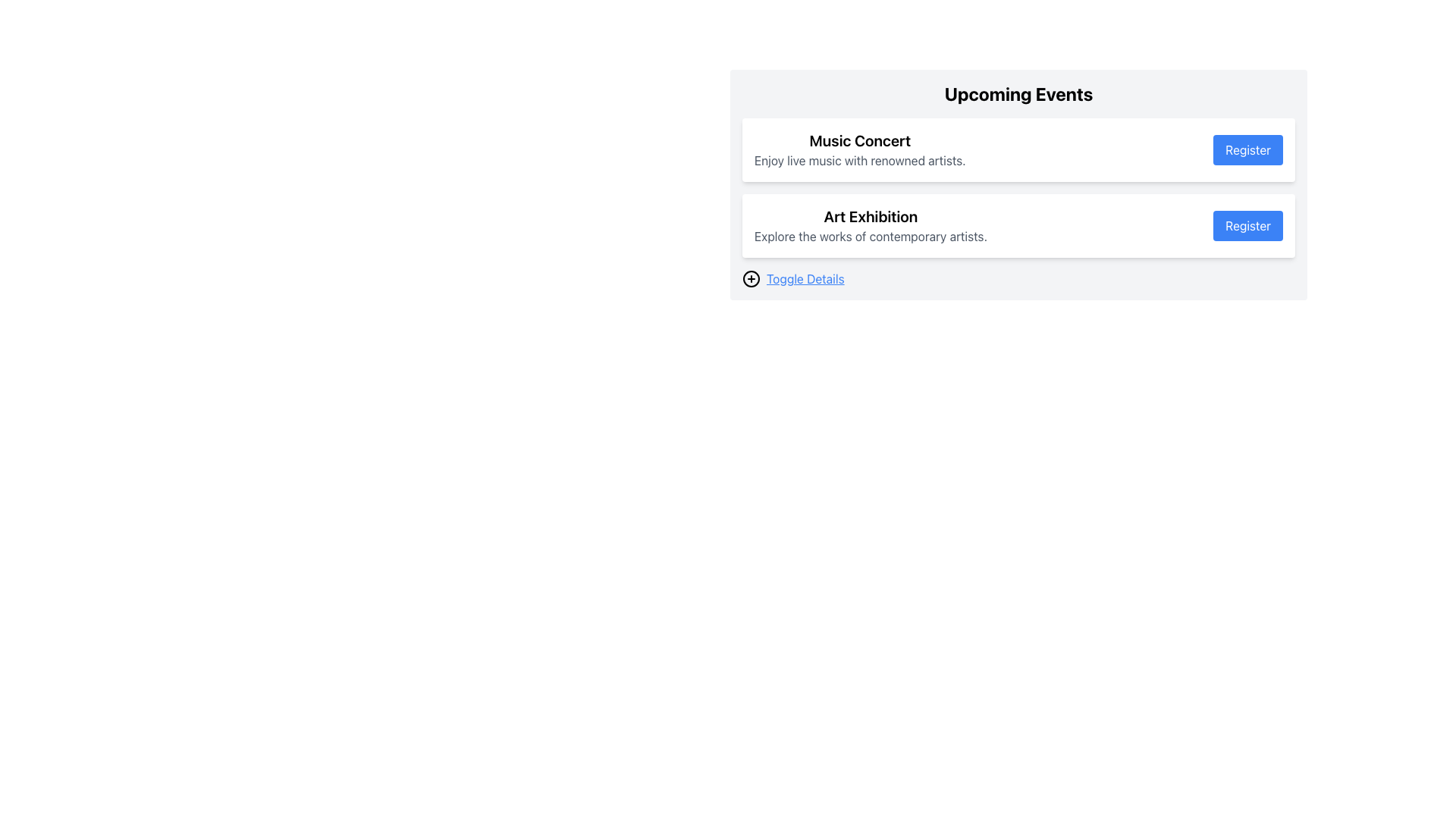 This screenshot has width=1456, height=819. Describe the element at coordinates (805, 278) in the screenshot. I see `the 'Toggle Details' hyperlink located at the bottom left of the 'Upcoming Events' section` at that location.